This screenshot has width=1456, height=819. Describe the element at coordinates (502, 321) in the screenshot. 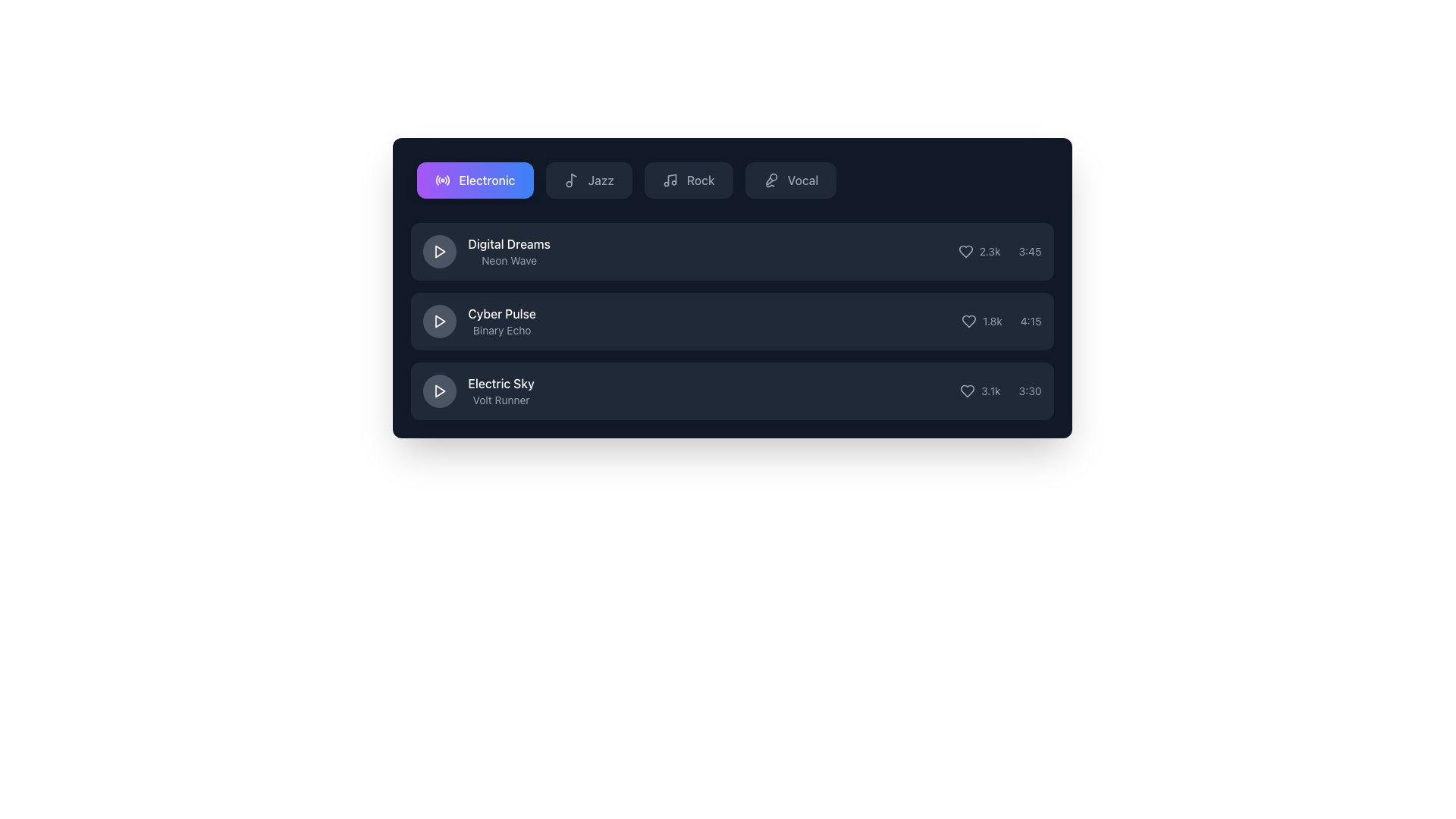

I see `the Text label displaying 'Cyber Pulse' and 'Binary Echo', located in the second row of the list structure, adjacent to the play button icon` at that location.